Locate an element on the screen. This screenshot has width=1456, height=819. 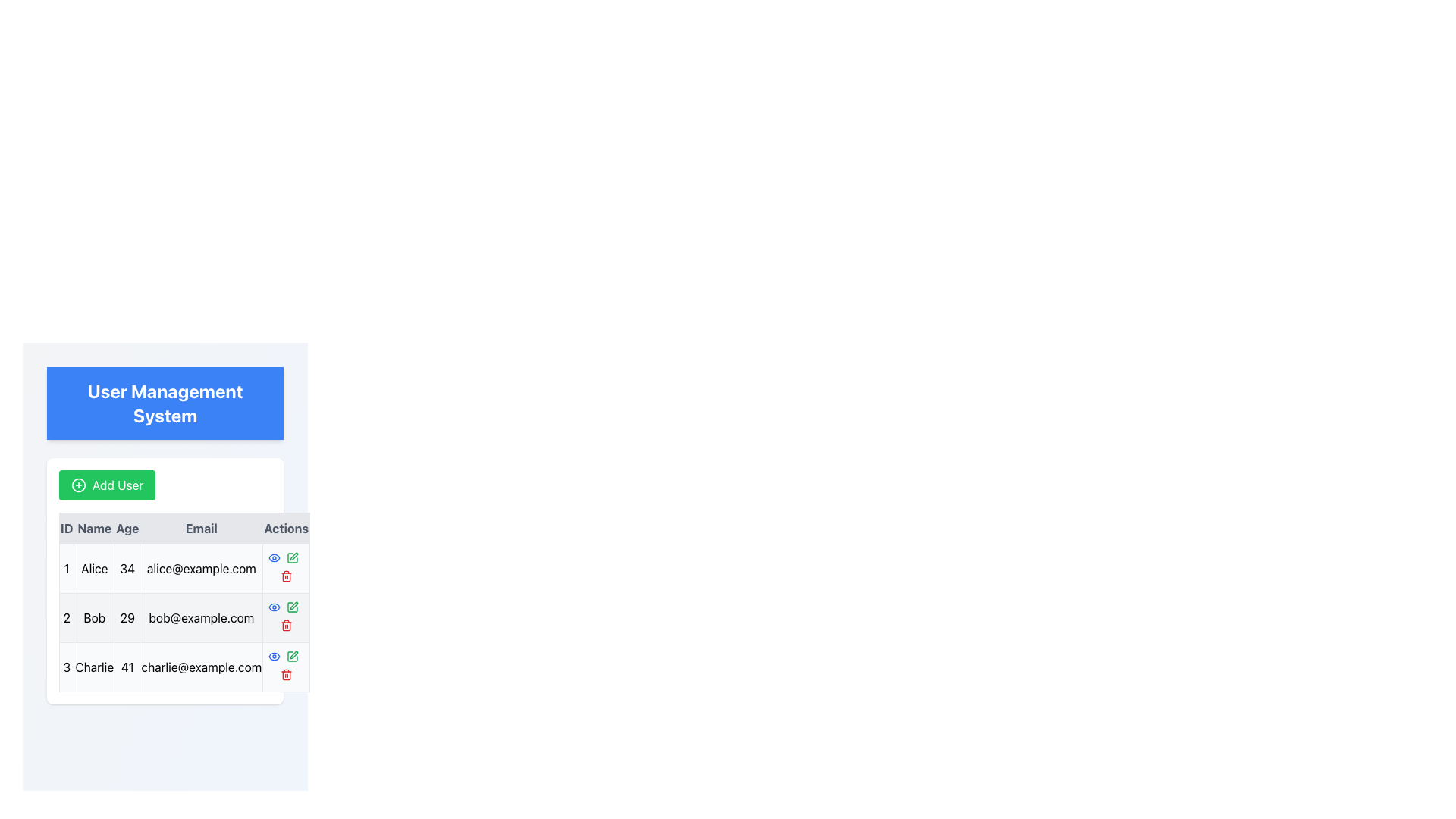
the 'Age' column header in the table is located at coordinates (127, 528).